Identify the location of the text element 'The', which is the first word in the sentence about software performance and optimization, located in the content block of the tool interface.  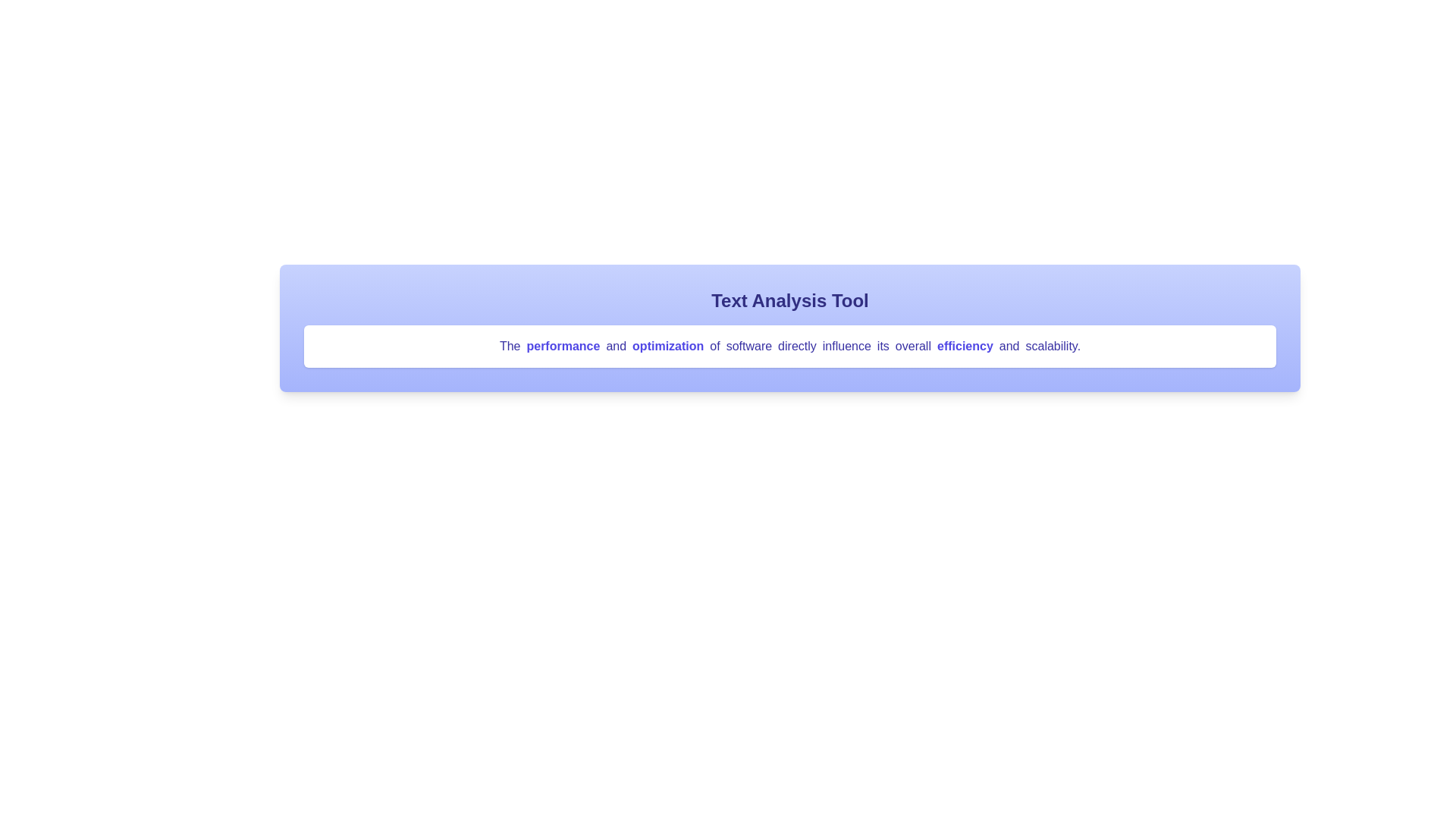
(510, 346).